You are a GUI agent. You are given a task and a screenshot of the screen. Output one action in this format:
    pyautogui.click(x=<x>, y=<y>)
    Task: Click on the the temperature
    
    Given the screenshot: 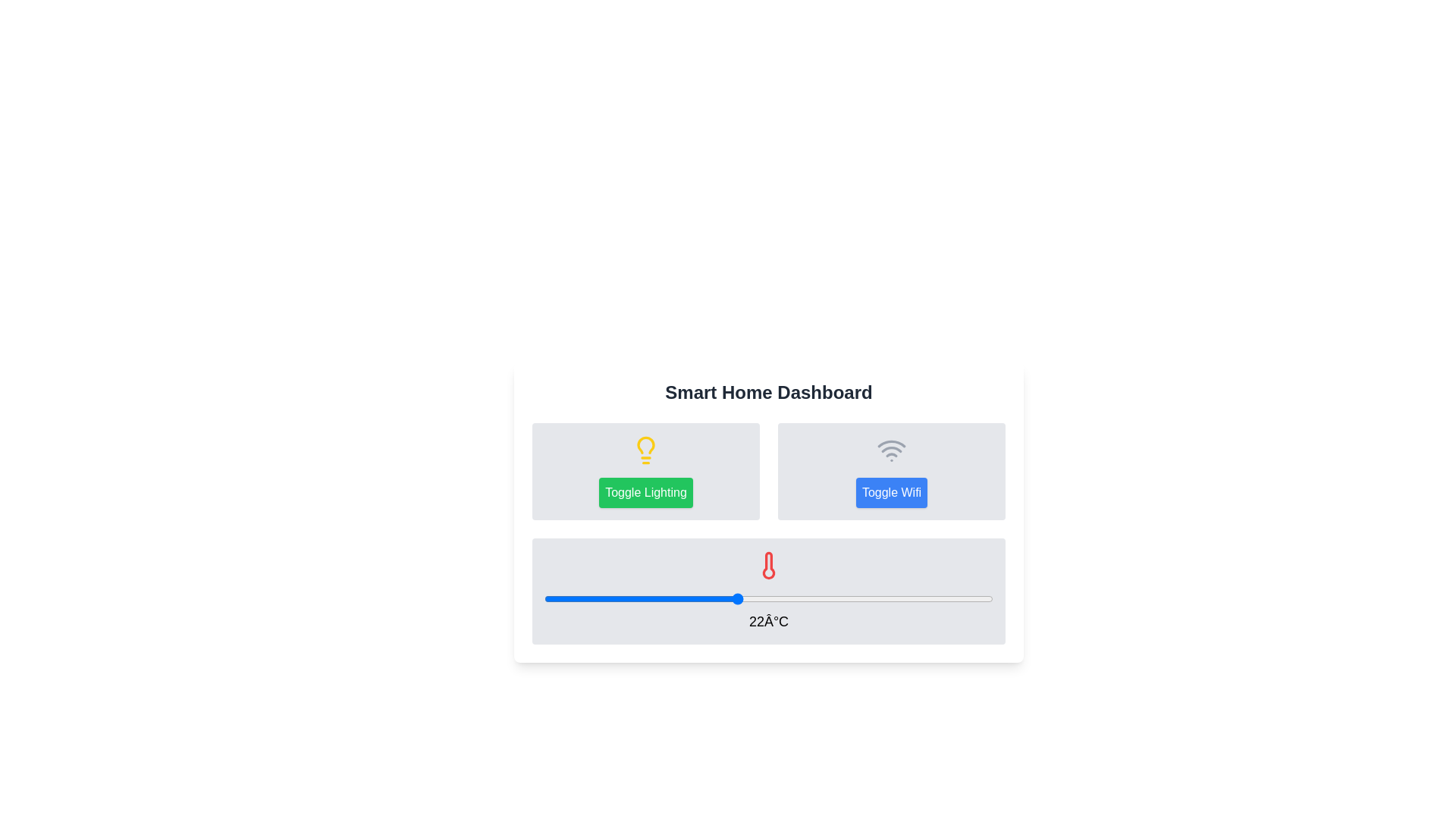 What is the action you would take?
    pyautogui.click(x=544, y=598)
    